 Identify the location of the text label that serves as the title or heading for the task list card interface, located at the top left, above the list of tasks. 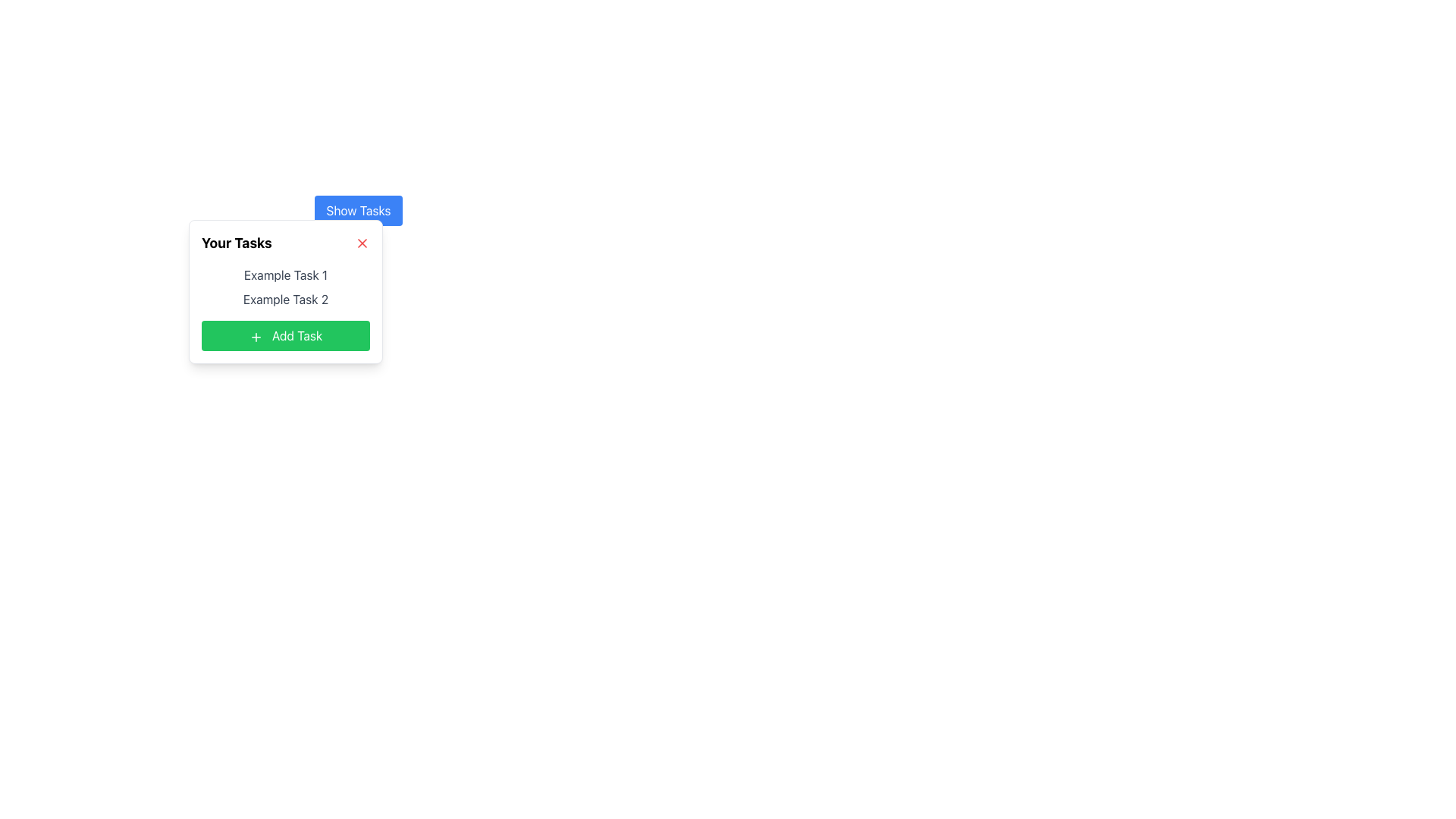
(236, 242).